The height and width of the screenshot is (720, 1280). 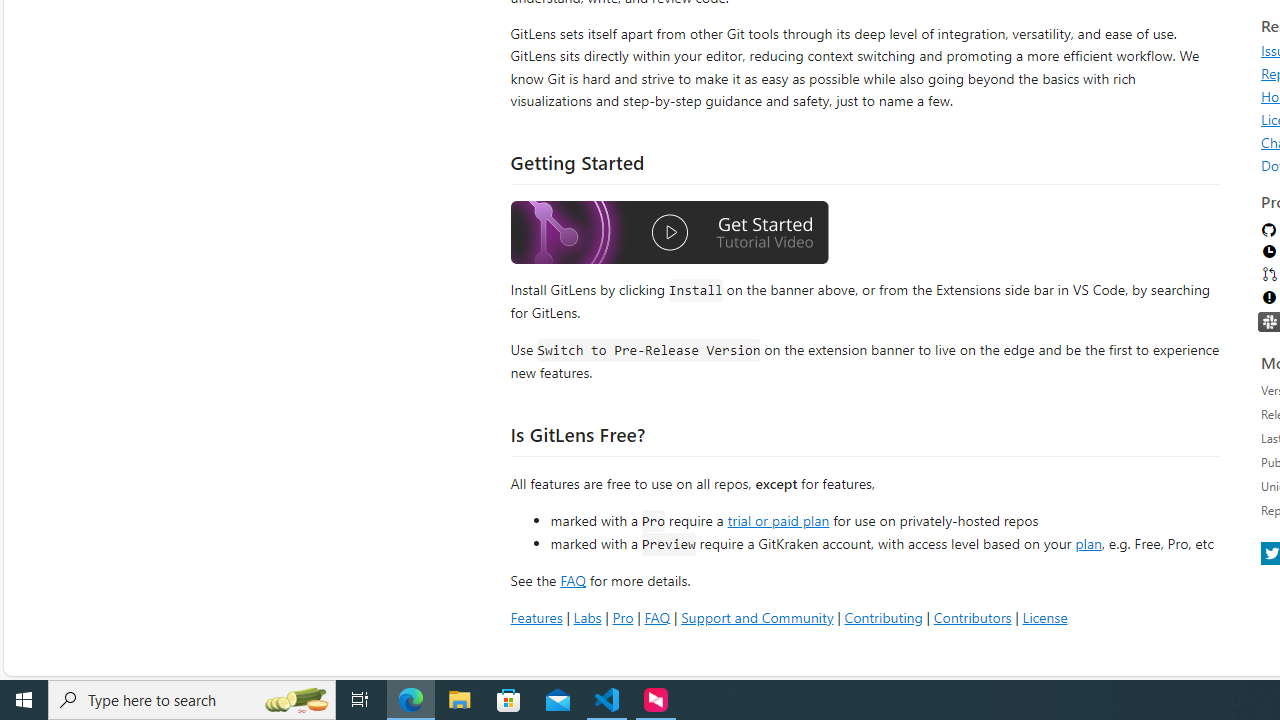 I want to click on 'Watch the GitLens Getting Started video', so click(x=669, y=232).